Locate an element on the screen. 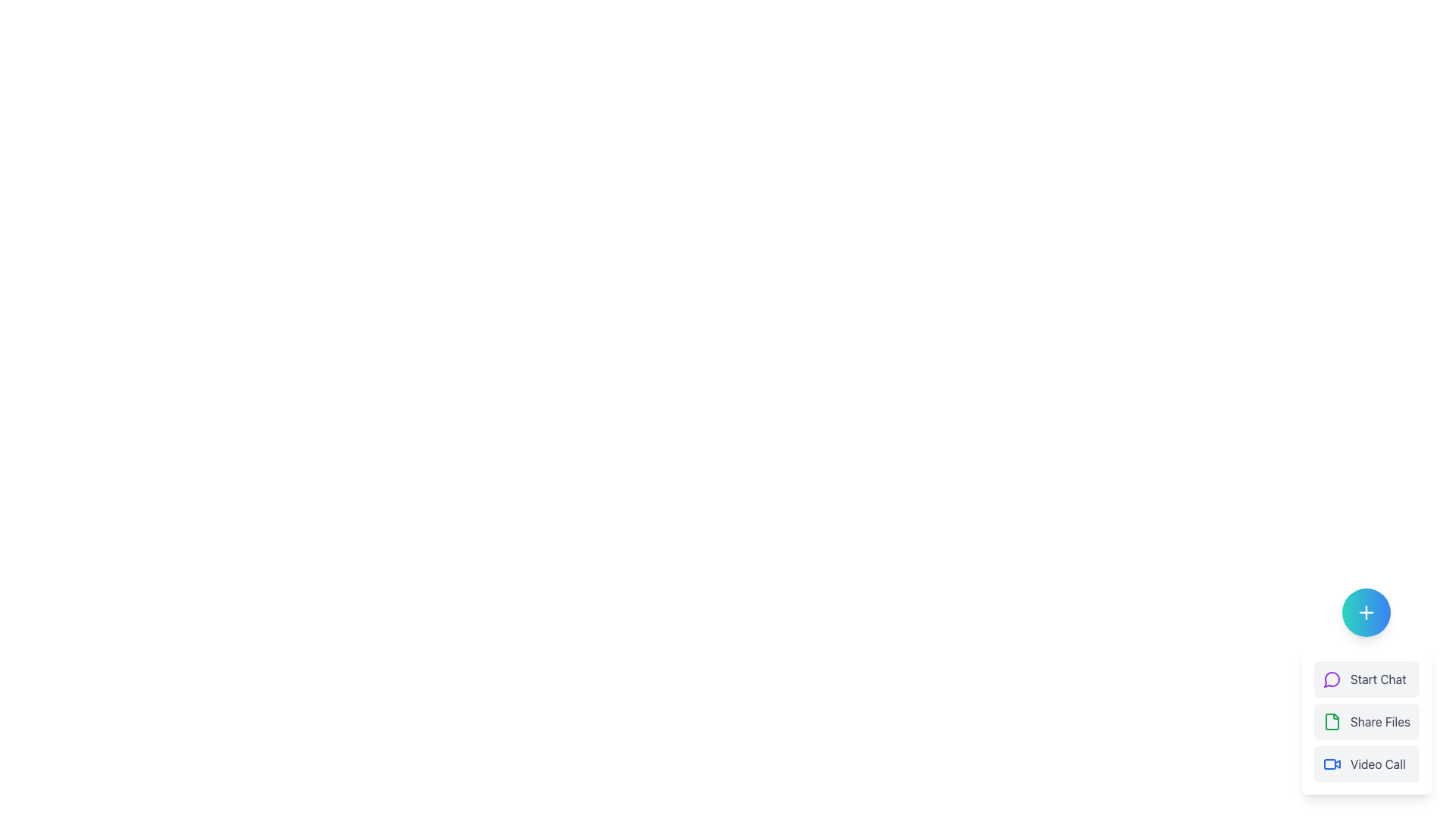  the chat icon represented by a purple speech bubble shape with a pointed tail, located to the left of the 'Start Chat' text within a button is located at coordinates (1331, 678).